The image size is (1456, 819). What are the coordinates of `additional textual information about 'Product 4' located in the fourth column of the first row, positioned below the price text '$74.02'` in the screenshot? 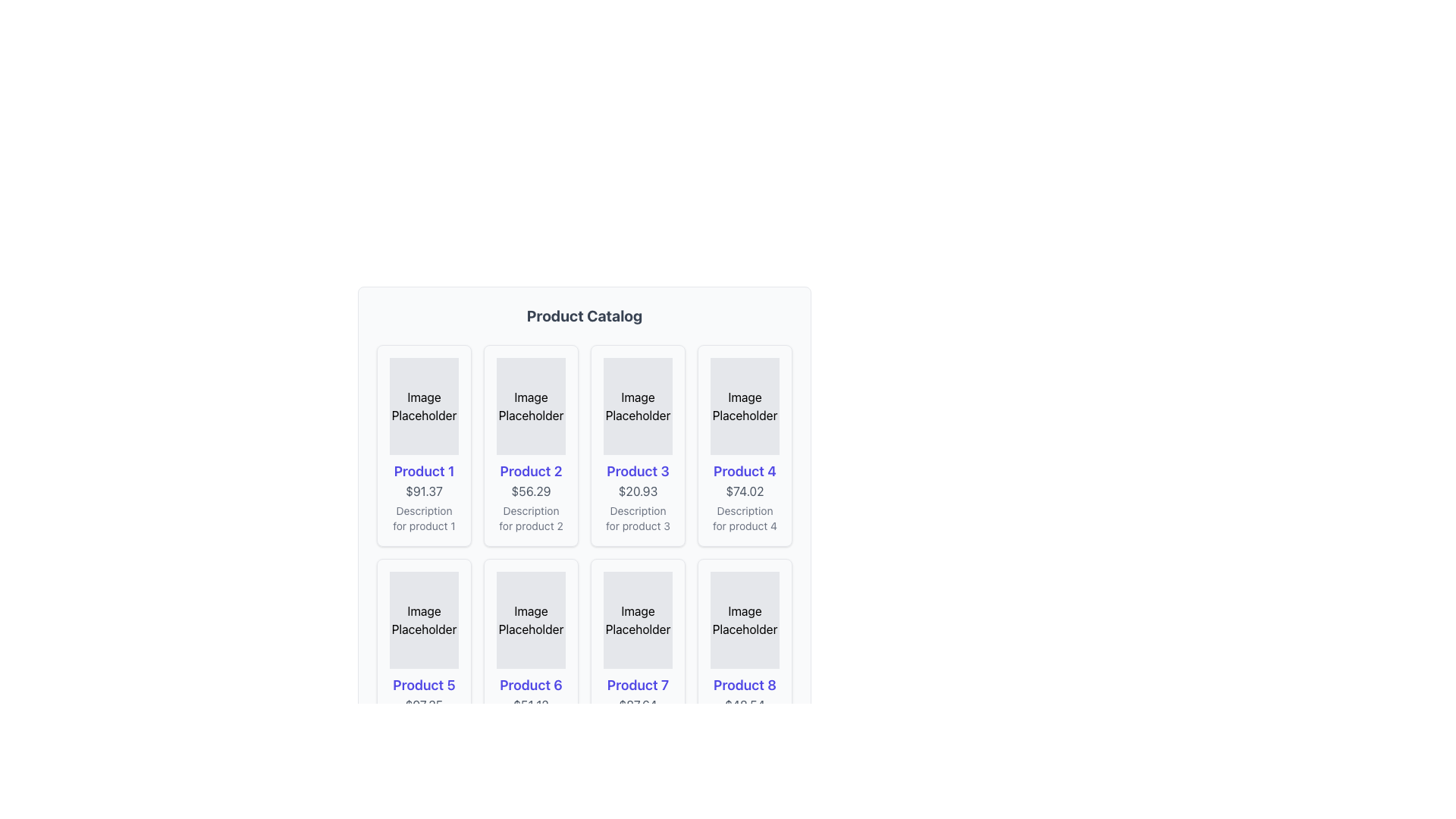 It's located at (745, 517).